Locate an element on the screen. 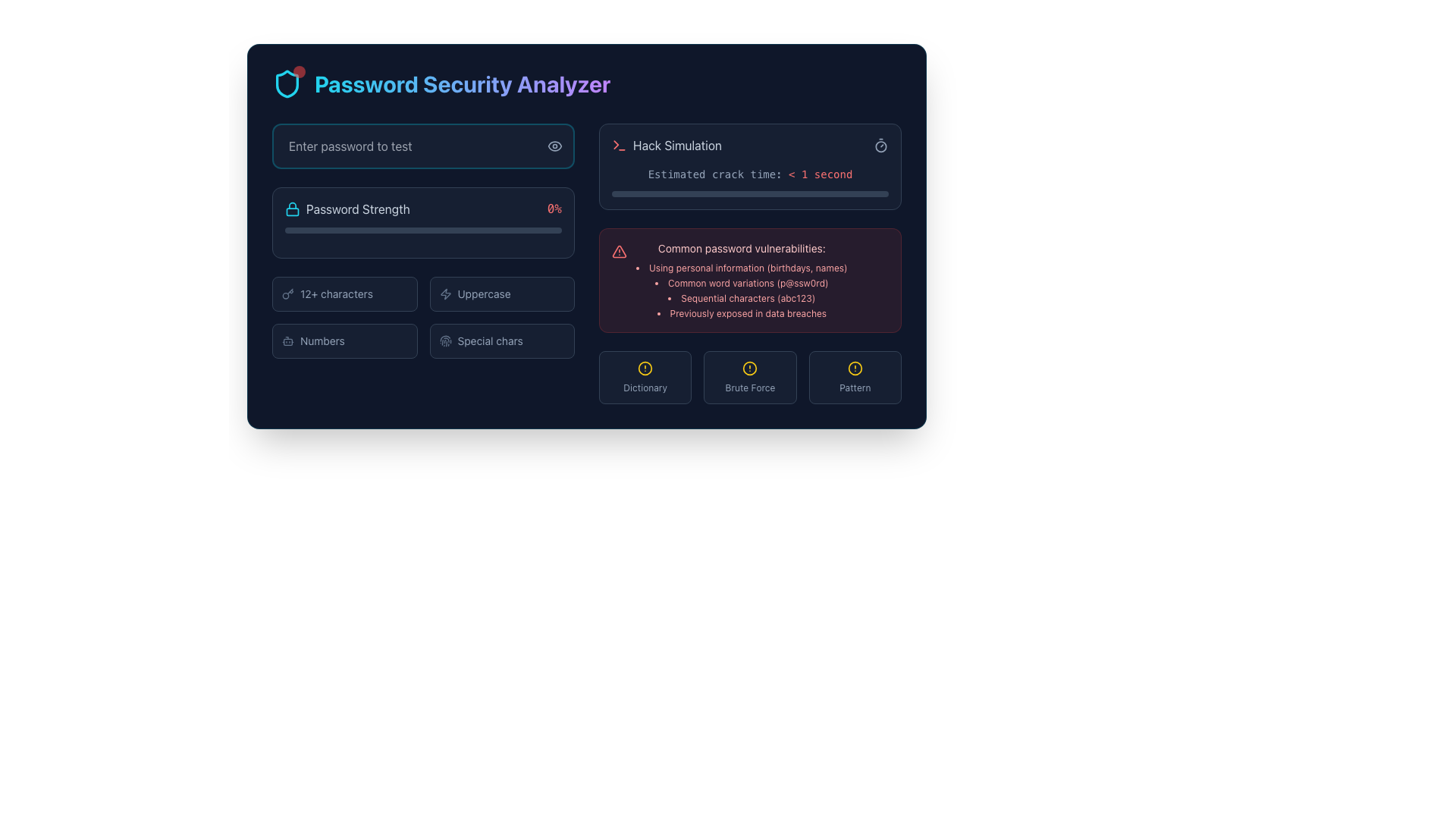 The image size is (1456, 819). timer icon located in the upper-right corner of the 'Hack Simulation' section, which indicates the estimated crack time and is adjacent to the text 'Estimated crack time: < 1 second' is located at coordinates (880, 146).